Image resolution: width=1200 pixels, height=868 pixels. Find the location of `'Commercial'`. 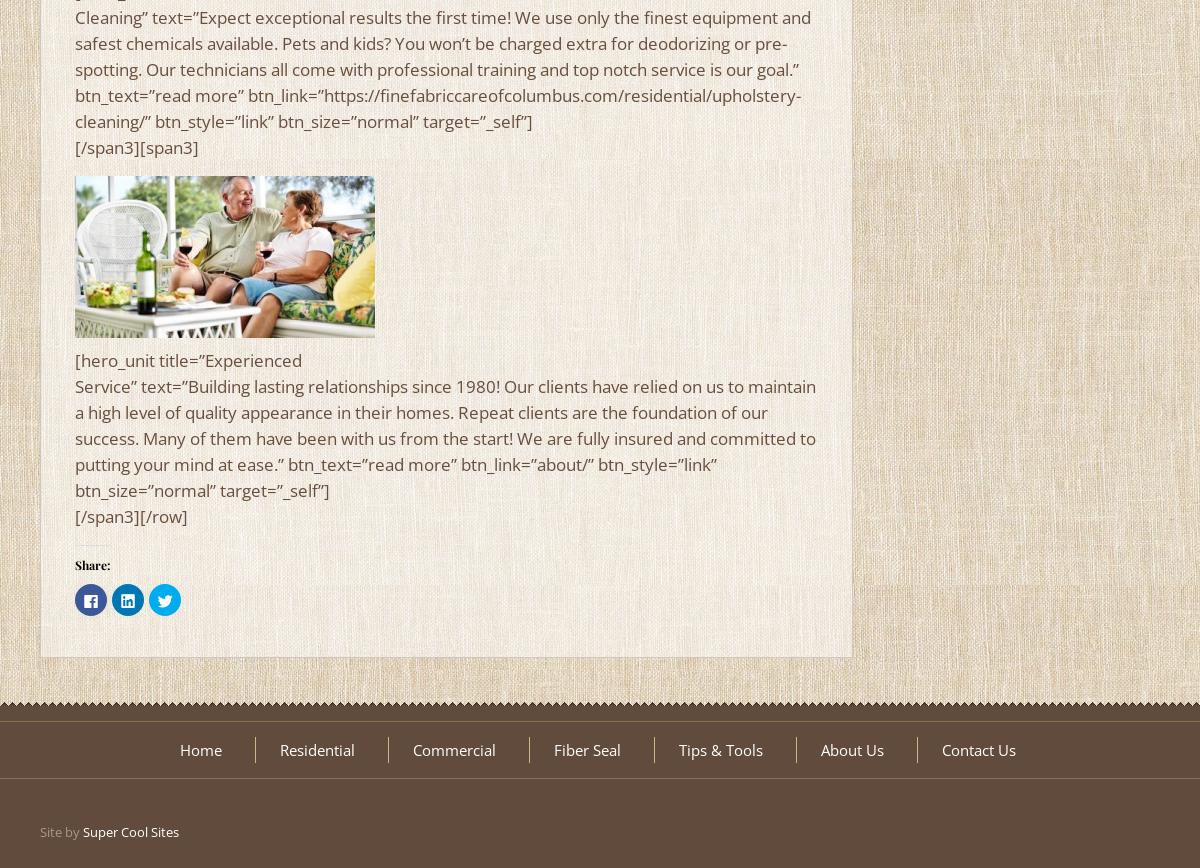

'Commercial' is located at coordinates (452, 750).